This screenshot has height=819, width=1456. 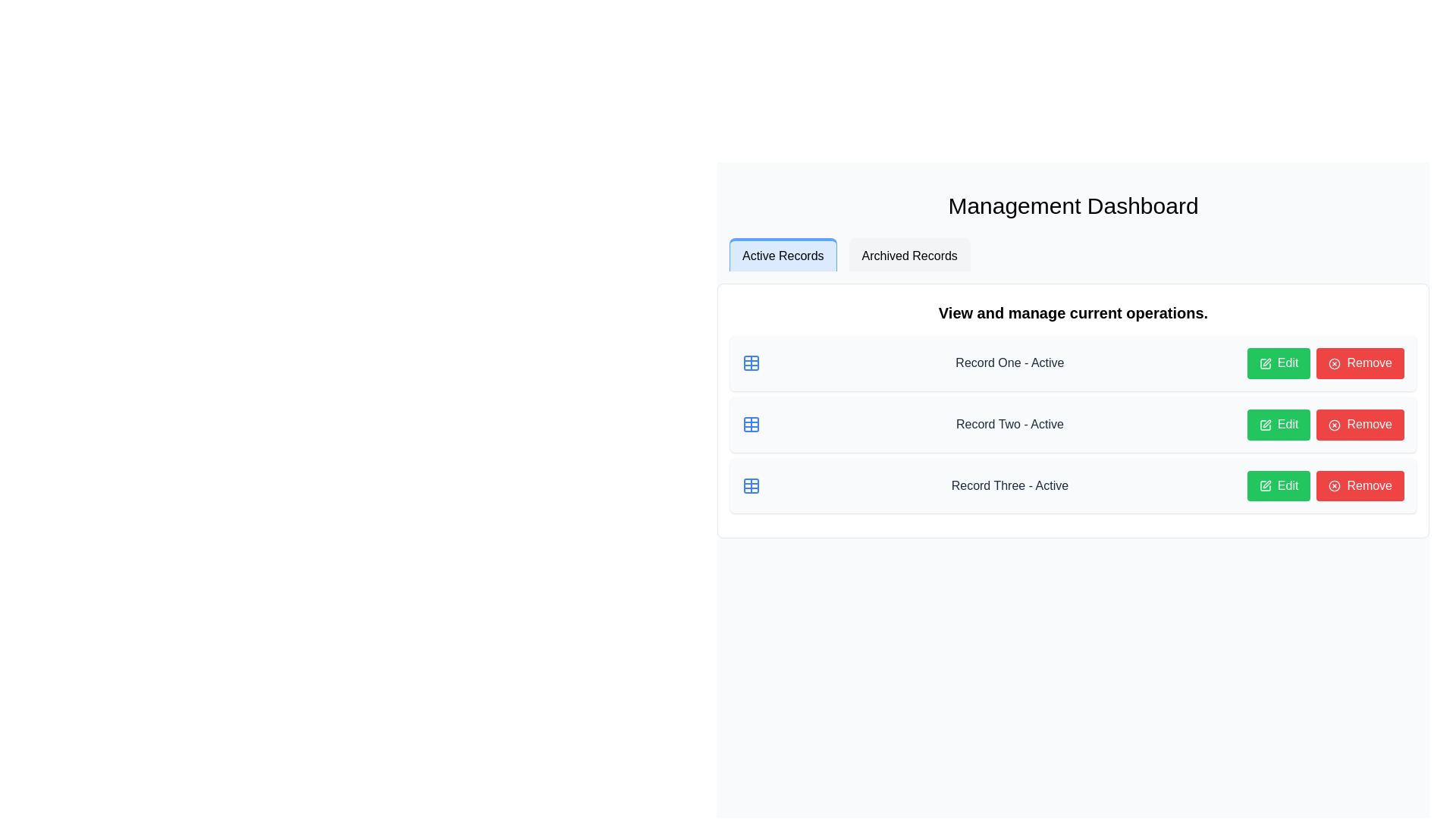 I want to click on the blue square-shaped icon with rounded corners that represents a table or grid, located in the first record entry under 'Active Records', so click(x=751, y=362).